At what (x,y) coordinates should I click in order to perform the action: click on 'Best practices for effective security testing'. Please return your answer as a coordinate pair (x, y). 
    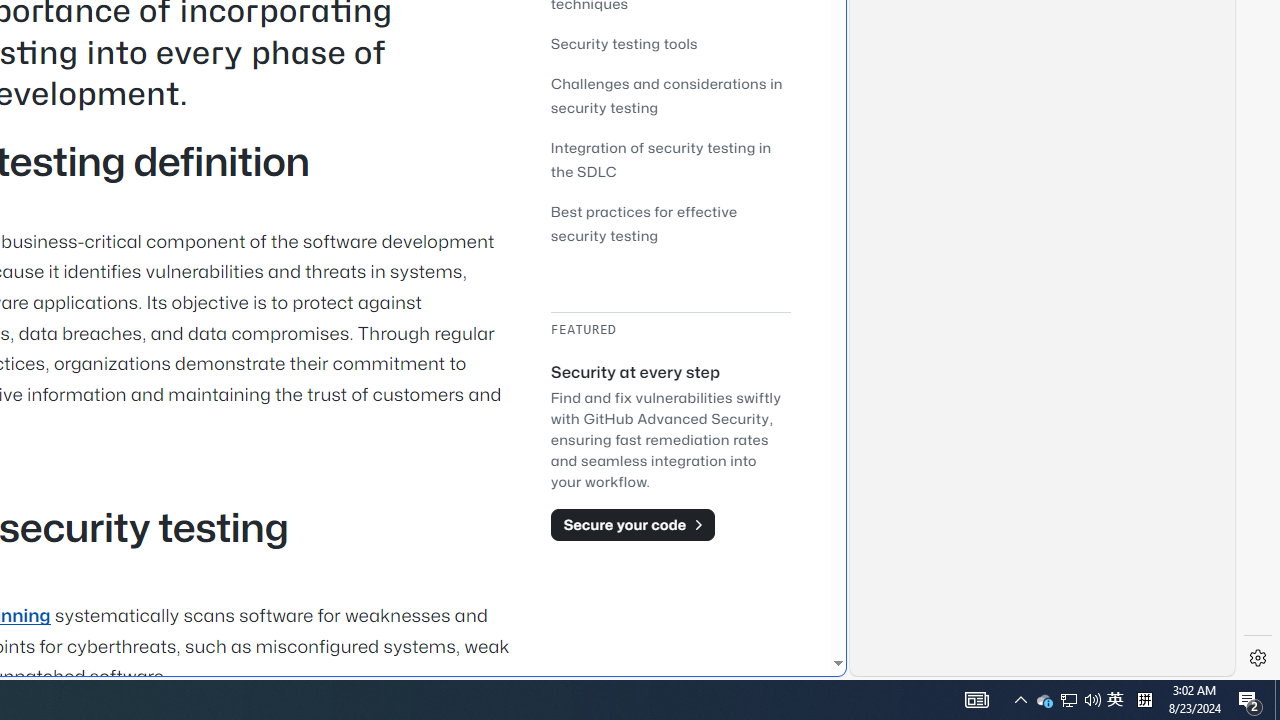
    Looking at the image, I should click on (644, 223).